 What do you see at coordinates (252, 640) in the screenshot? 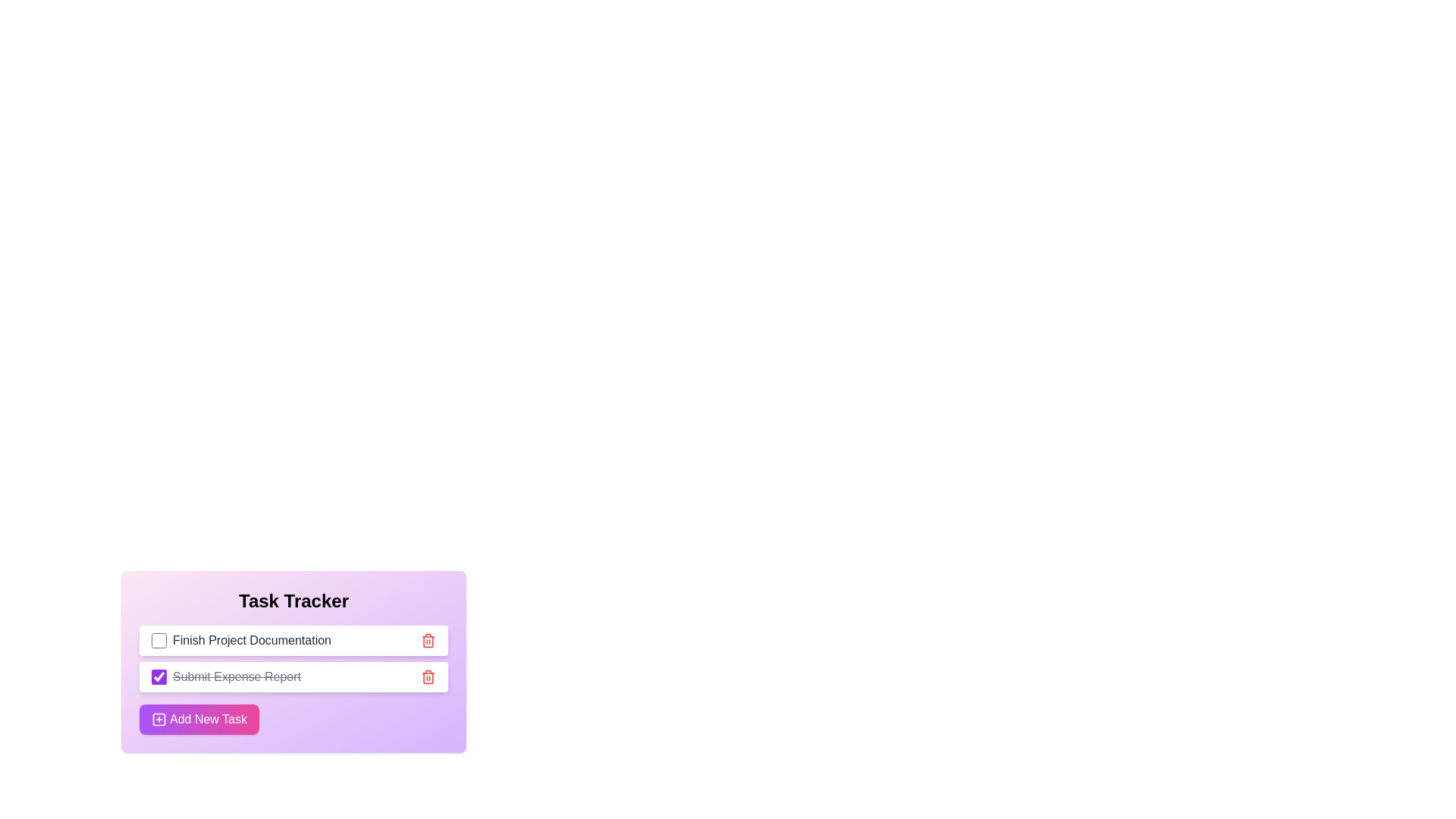
I see `the text label displaying 'Finish Project Documentation', which is styled in dark gray and prominently positioned in the task list interface` at bounding box center [252, 640].